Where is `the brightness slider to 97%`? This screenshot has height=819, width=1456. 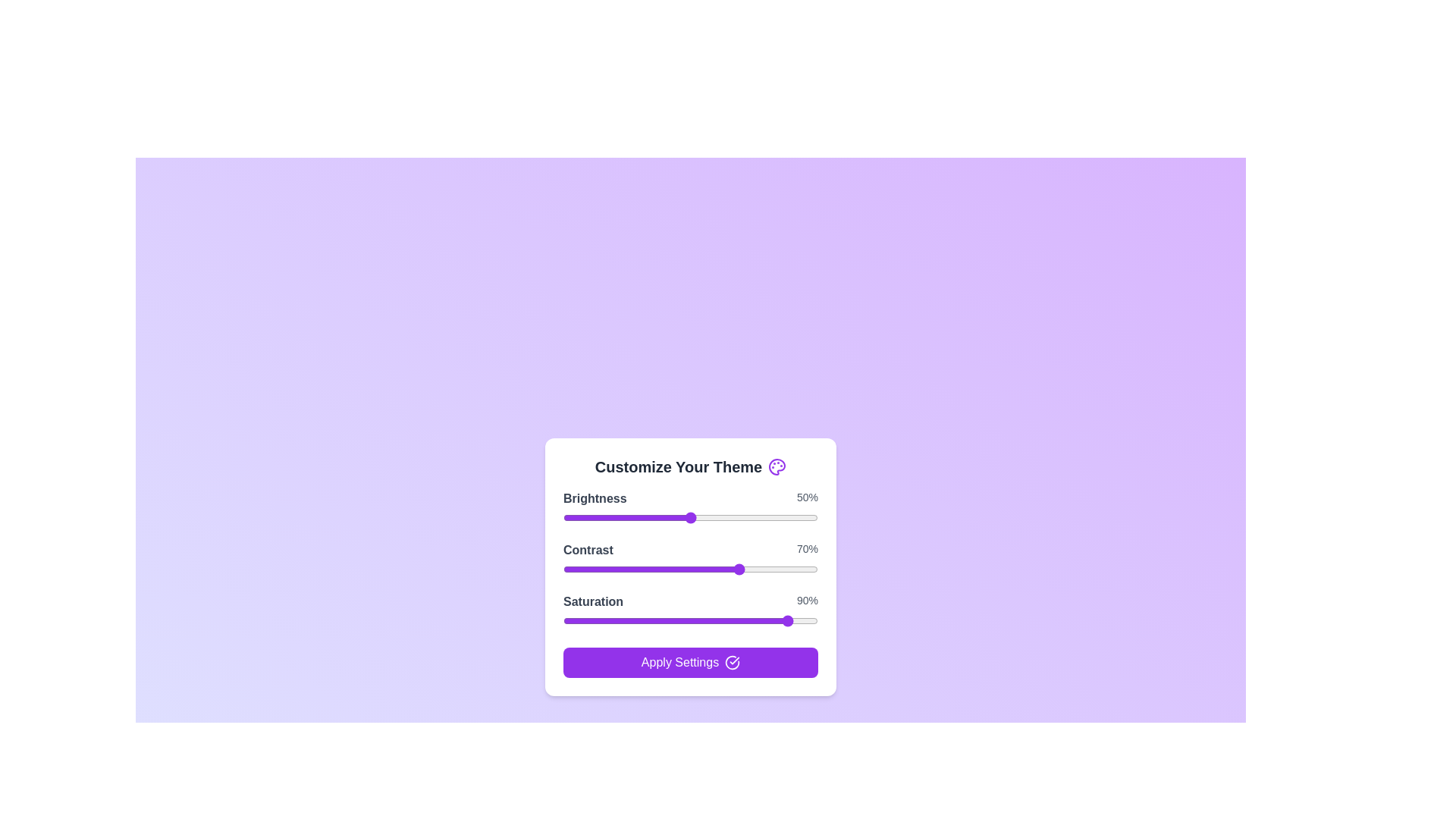 the brightness slider to 97% is located at coordinates (809, 516).